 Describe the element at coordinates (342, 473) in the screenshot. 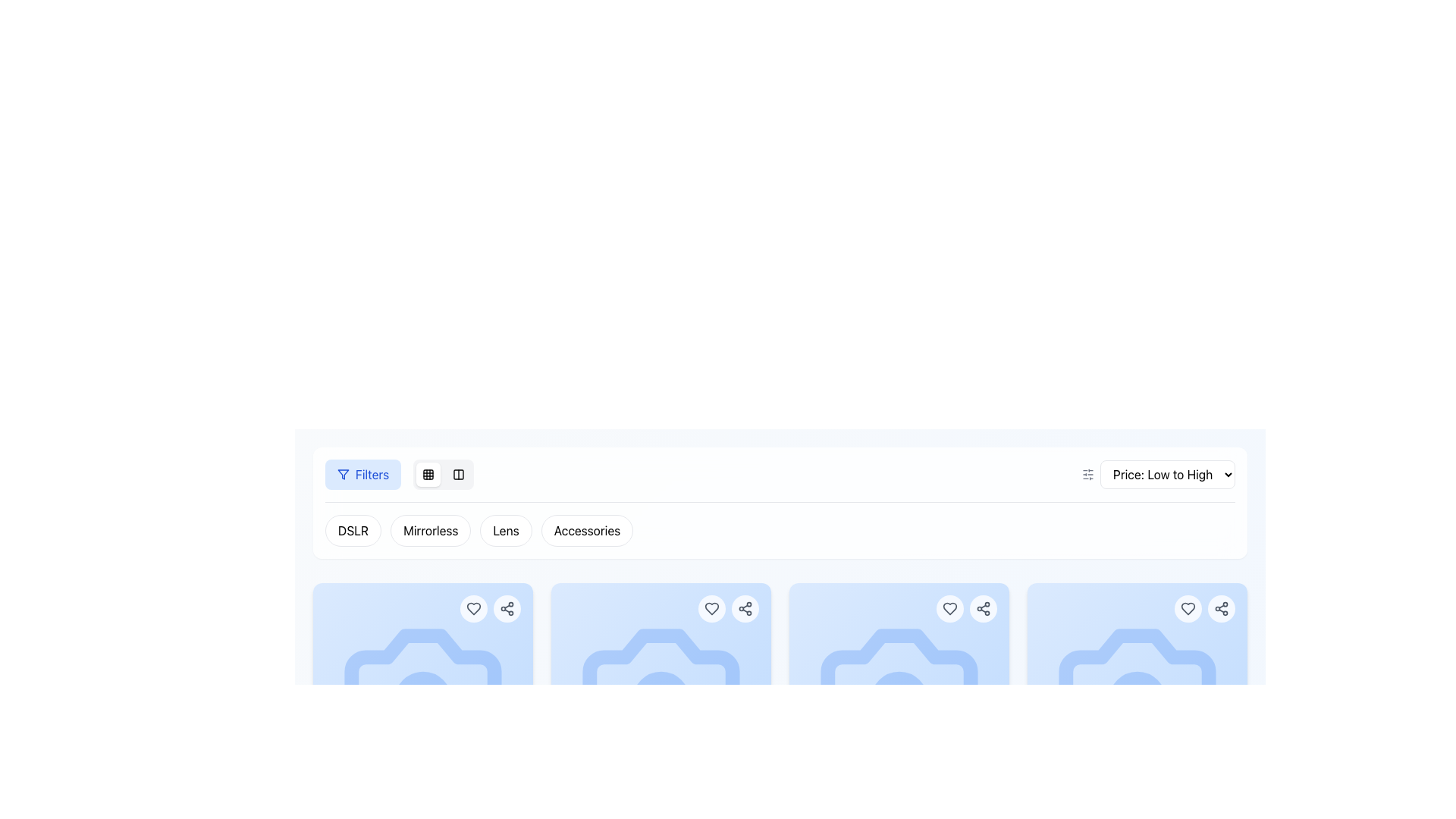

I see `the 'Filters' button SVG Icon, which signifies the functionality to apply filters to the displayed content` at that location.